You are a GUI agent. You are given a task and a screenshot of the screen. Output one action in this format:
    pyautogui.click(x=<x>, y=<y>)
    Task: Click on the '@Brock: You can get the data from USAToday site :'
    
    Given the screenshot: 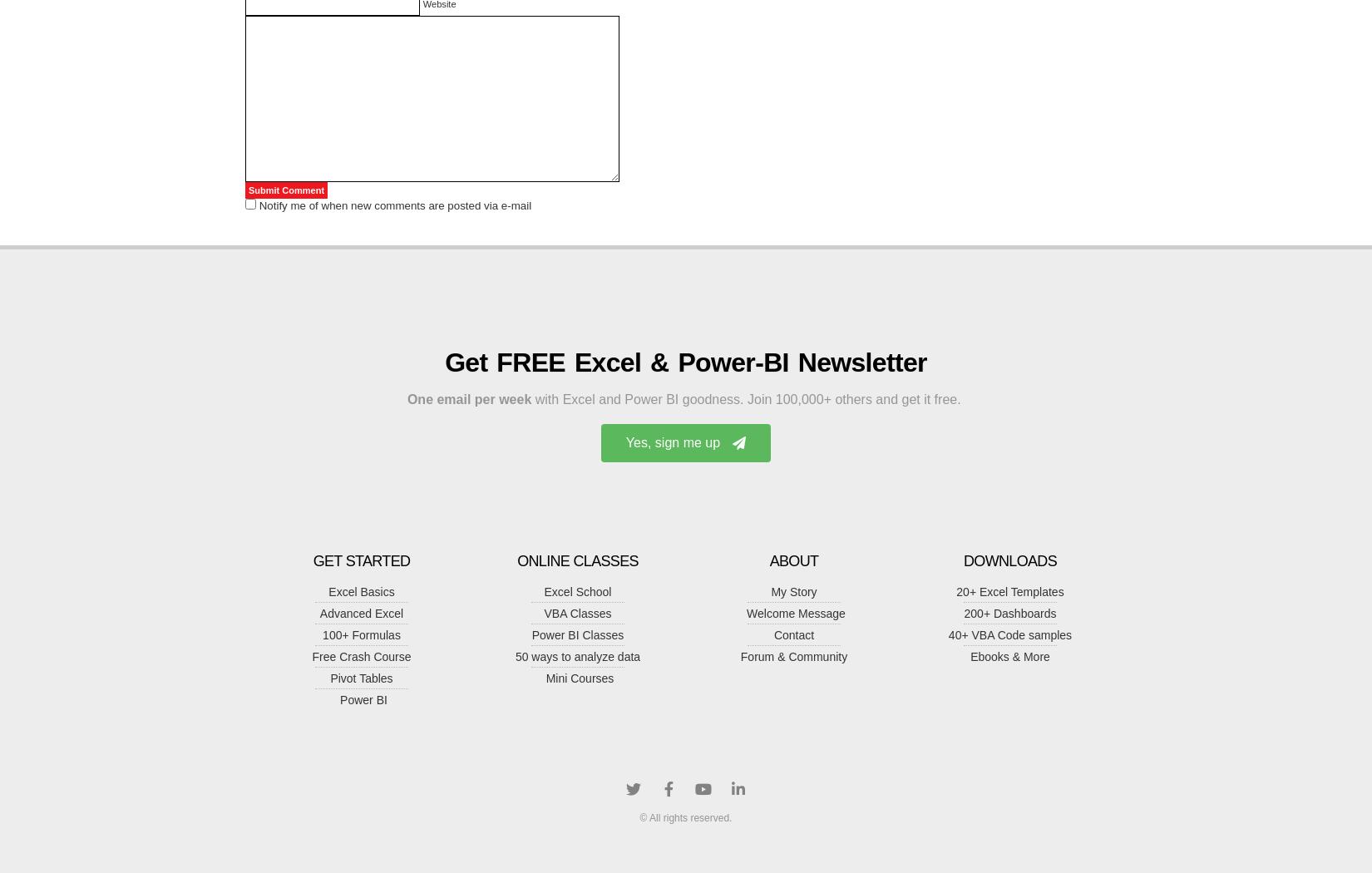 What is the action you would take?
    pyautogui.click(x=257, y=150)
    